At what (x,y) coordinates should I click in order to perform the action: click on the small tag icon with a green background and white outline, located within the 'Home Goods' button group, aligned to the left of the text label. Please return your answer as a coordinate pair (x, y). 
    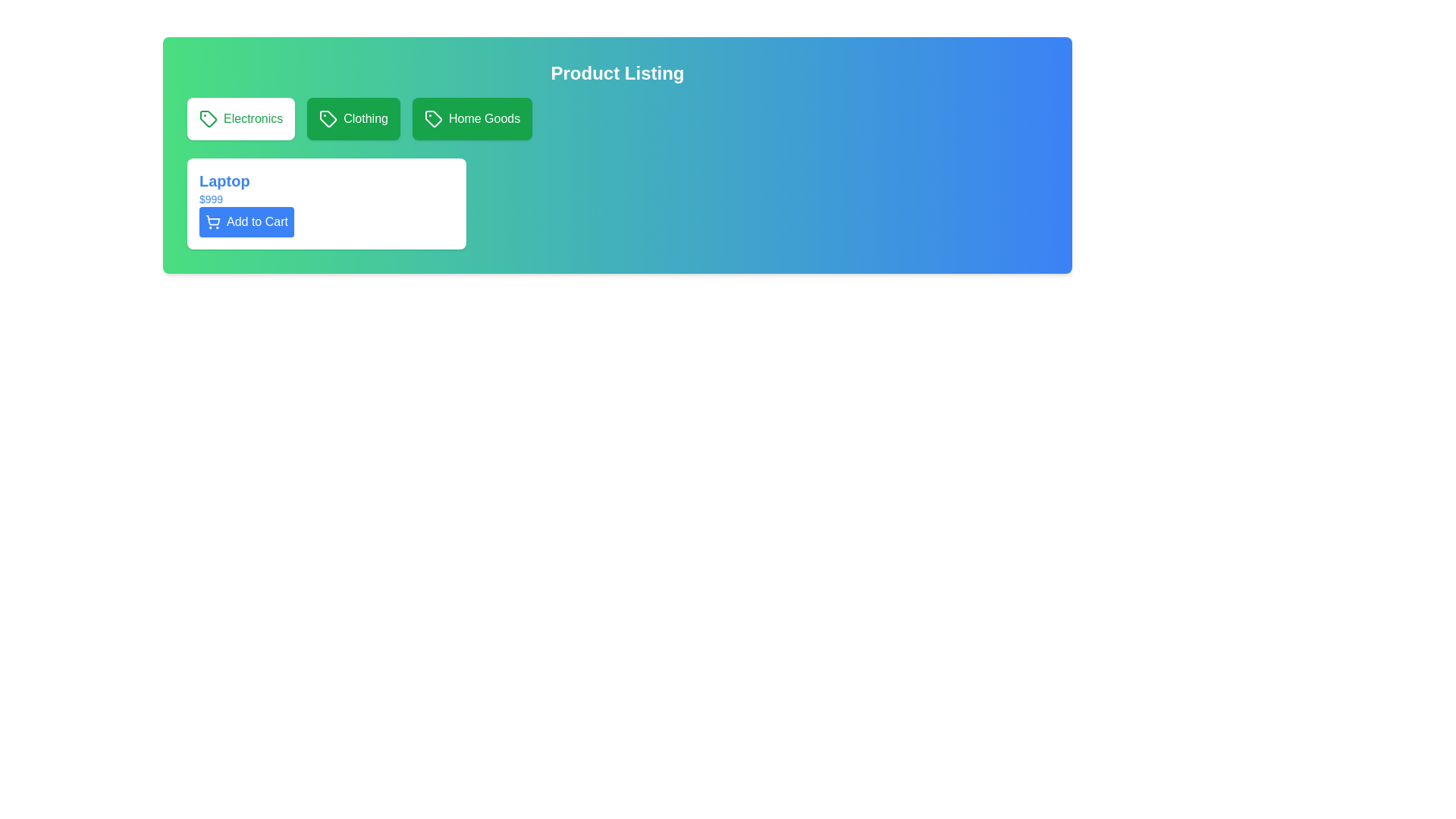
    Looking at the image, I should click on (432, 118).